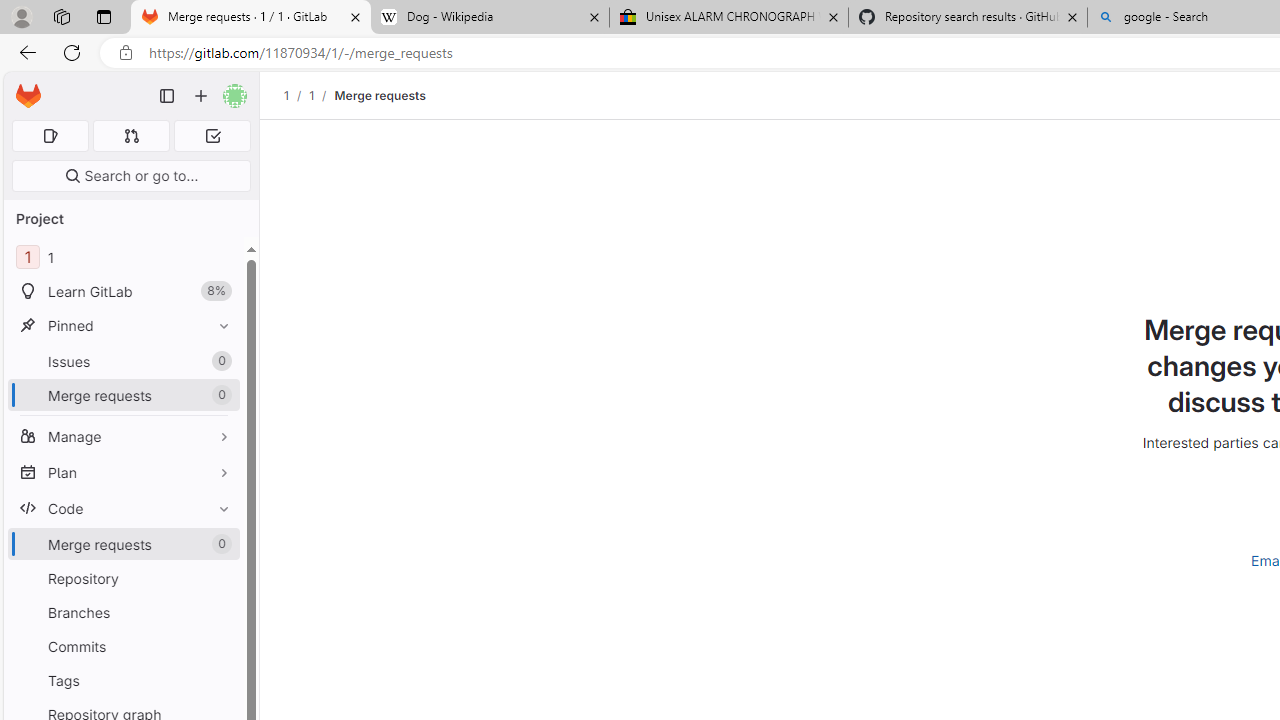  I want to click on '1', so click(310, 95).